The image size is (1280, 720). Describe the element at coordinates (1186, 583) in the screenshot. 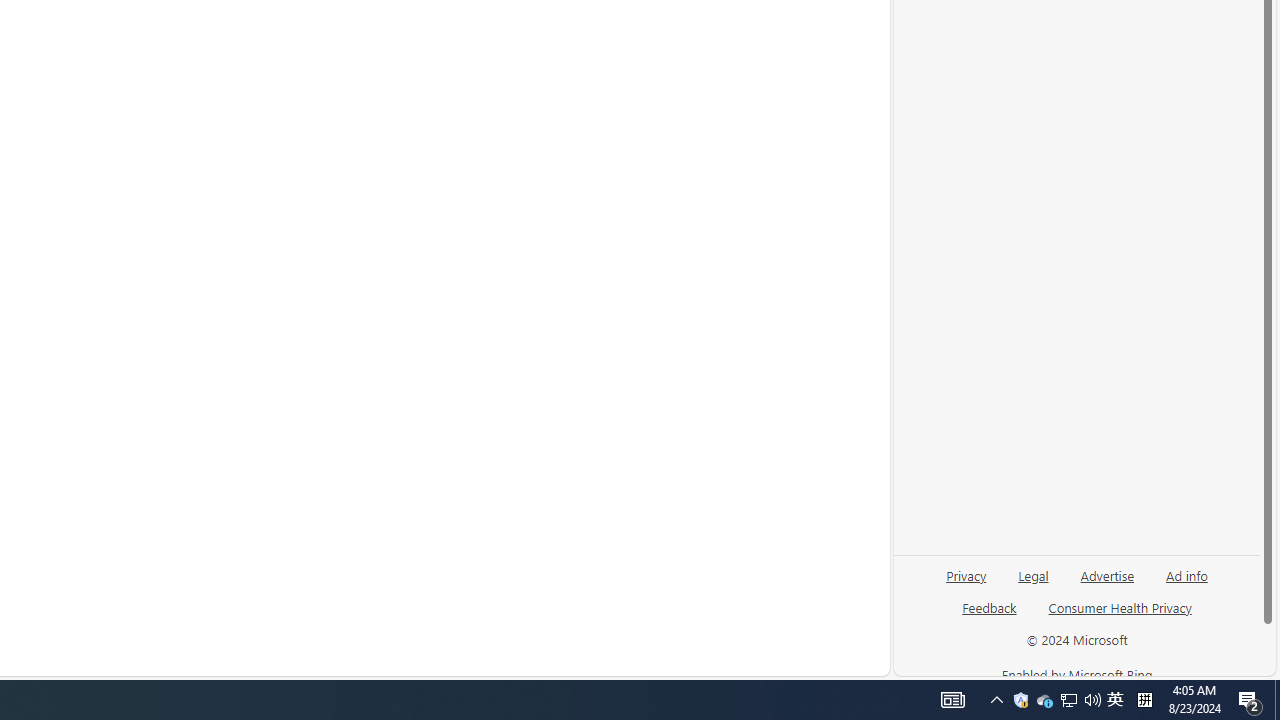

I see `'Ad info'` at that location.